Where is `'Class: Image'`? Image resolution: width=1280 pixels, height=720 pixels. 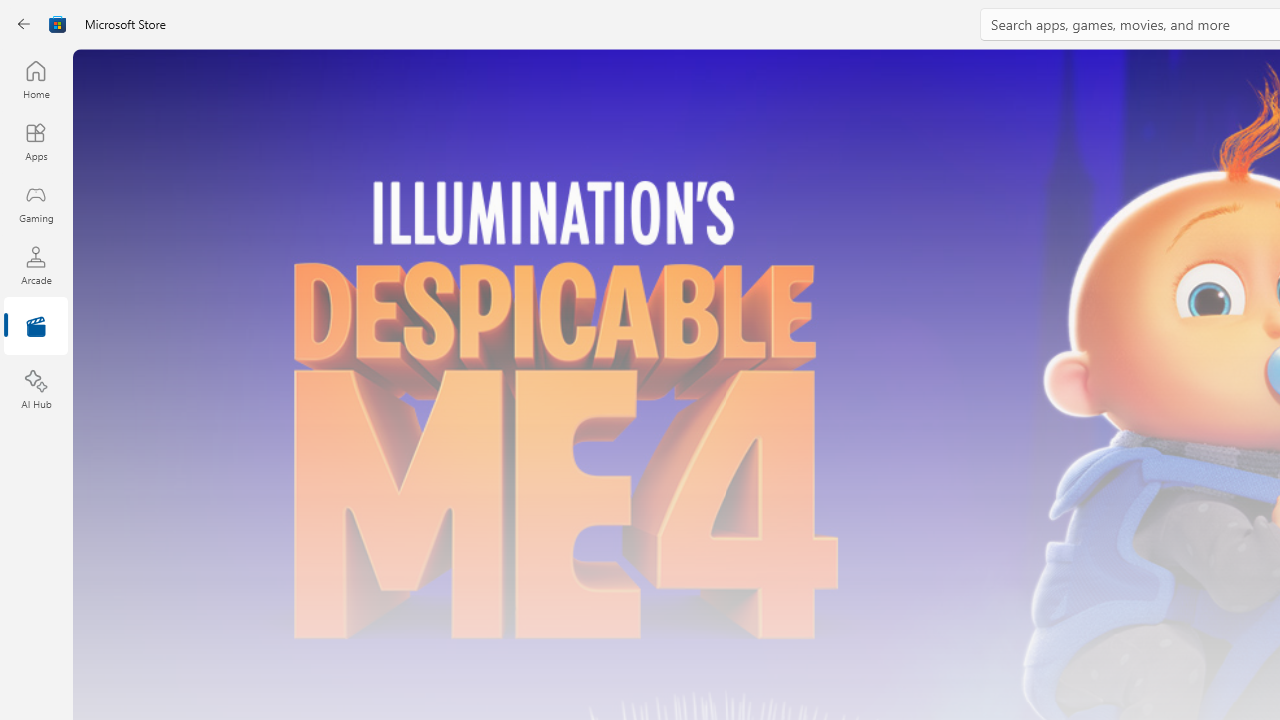 'Class: Image' is located at coordinates (58, 24).